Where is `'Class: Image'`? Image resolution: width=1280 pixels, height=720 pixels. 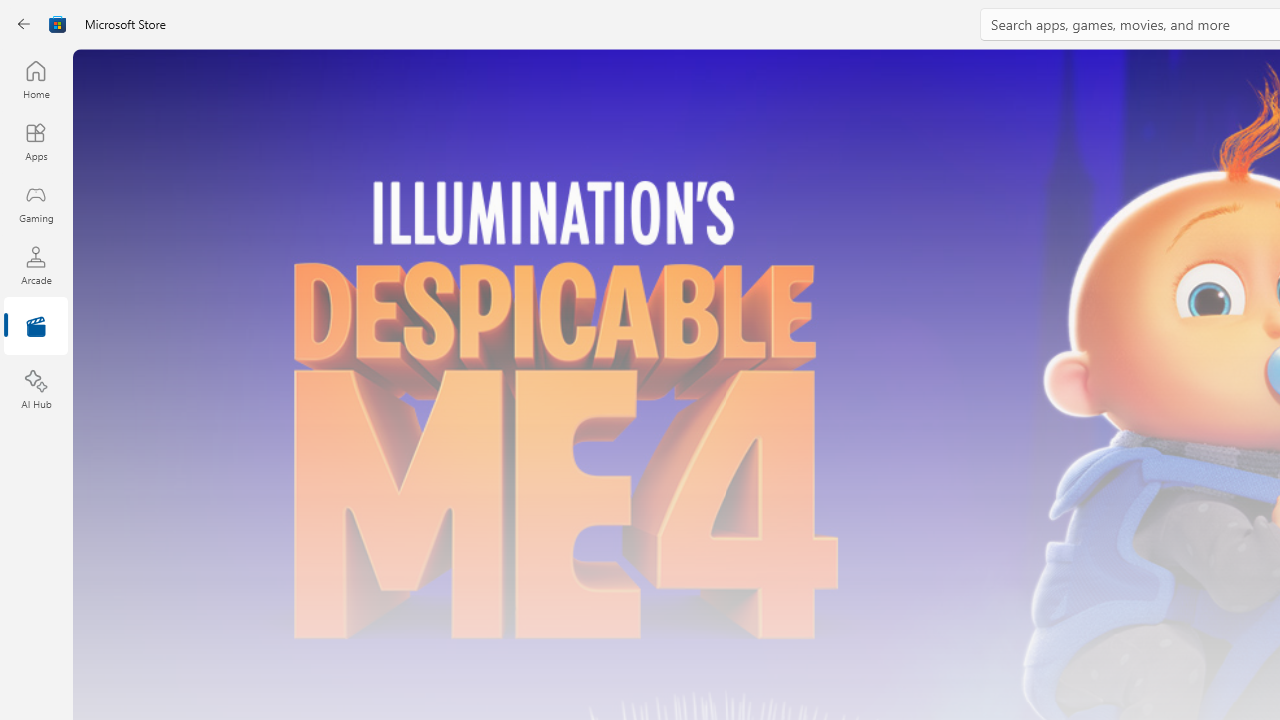 'Class: Image' is located at coordinates (58, 24).